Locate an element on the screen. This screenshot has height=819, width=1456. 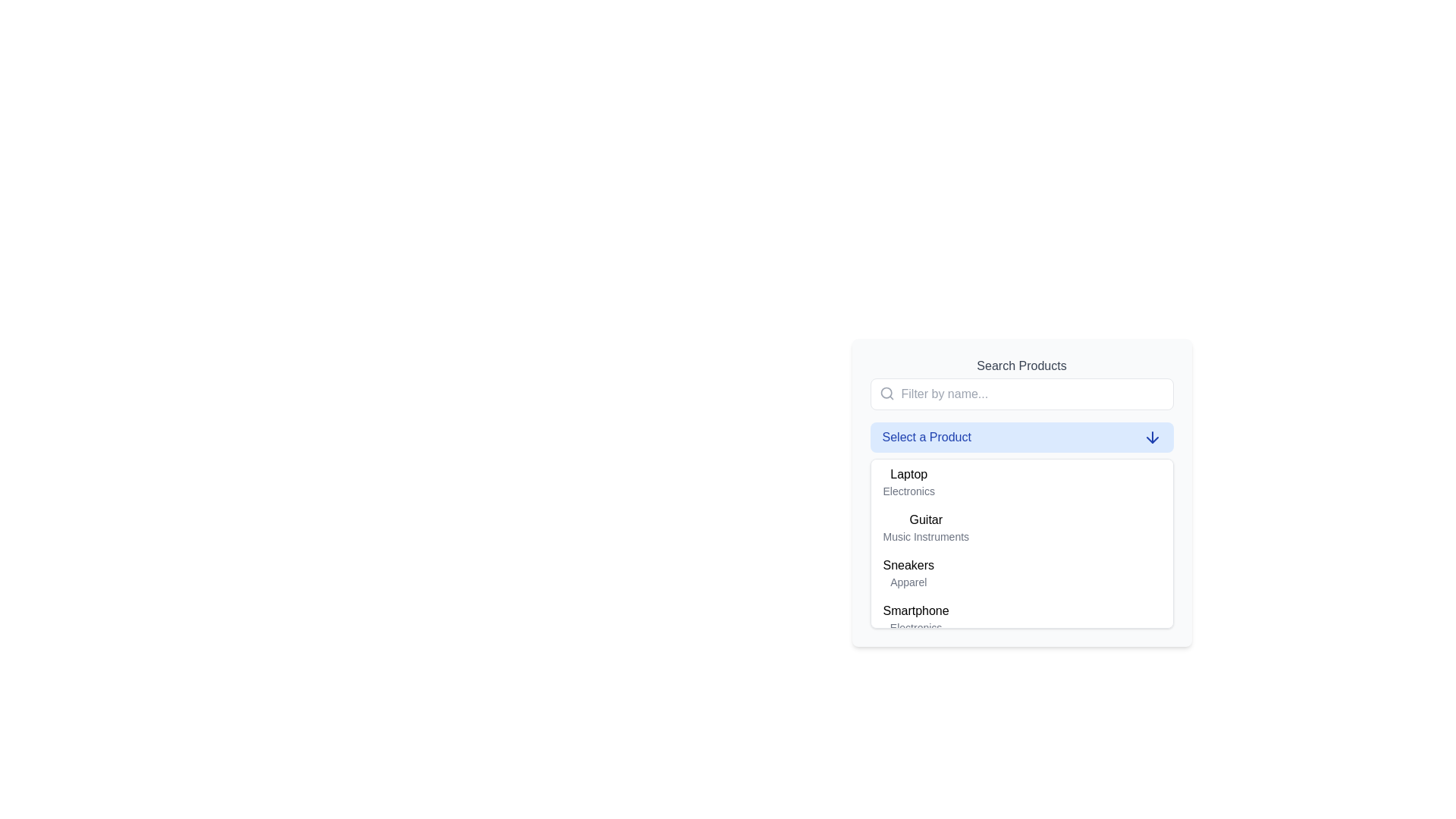
the text label displaying 'Apparel', which is styled in small, gray font and is located under the 'Sneakers' item in the product categories list is located at coordinates (908, 581).